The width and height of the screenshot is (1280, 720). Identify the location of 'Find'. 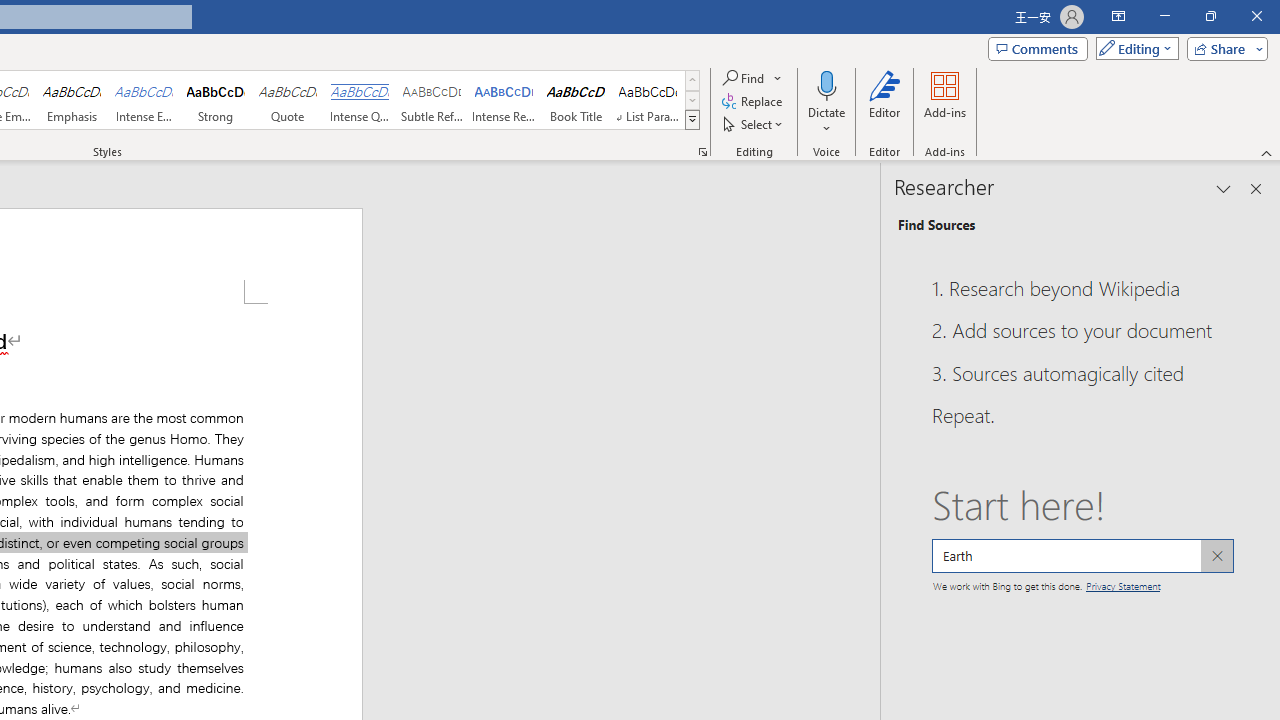
(743, 77).